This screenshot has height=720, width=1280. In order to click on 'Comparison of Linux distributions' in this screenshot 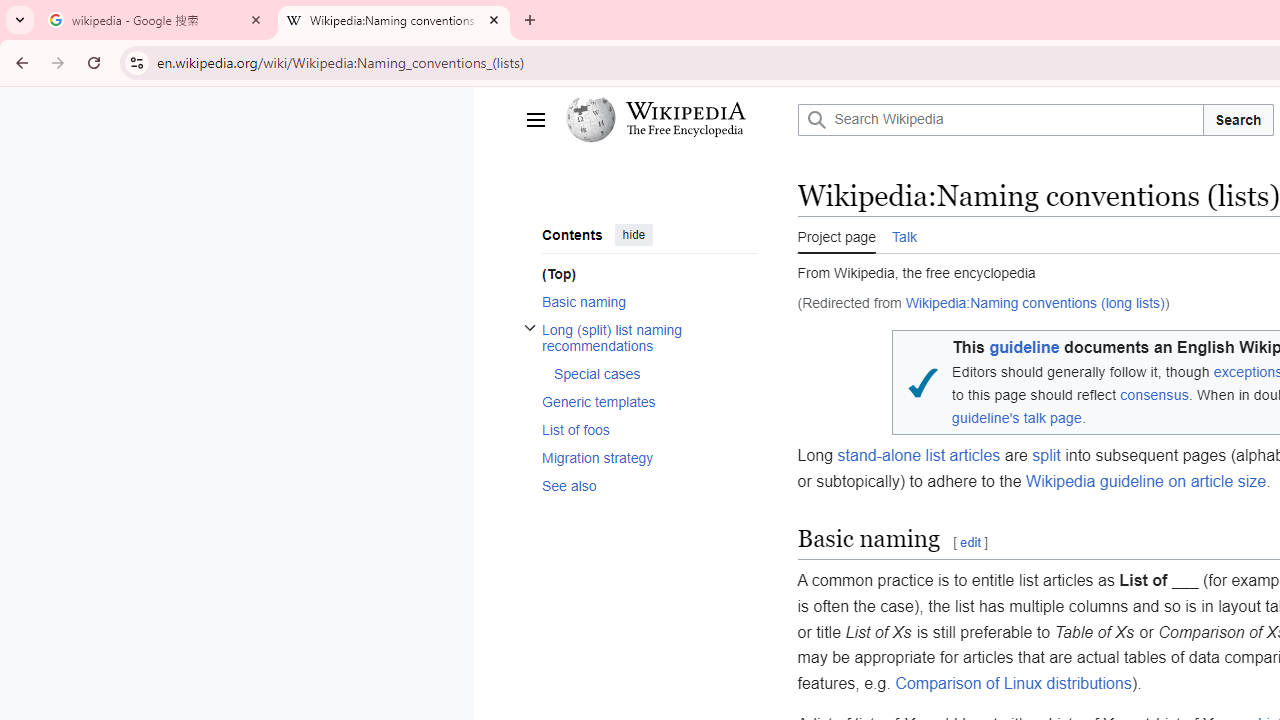, I will do `click(1013, 681)`.